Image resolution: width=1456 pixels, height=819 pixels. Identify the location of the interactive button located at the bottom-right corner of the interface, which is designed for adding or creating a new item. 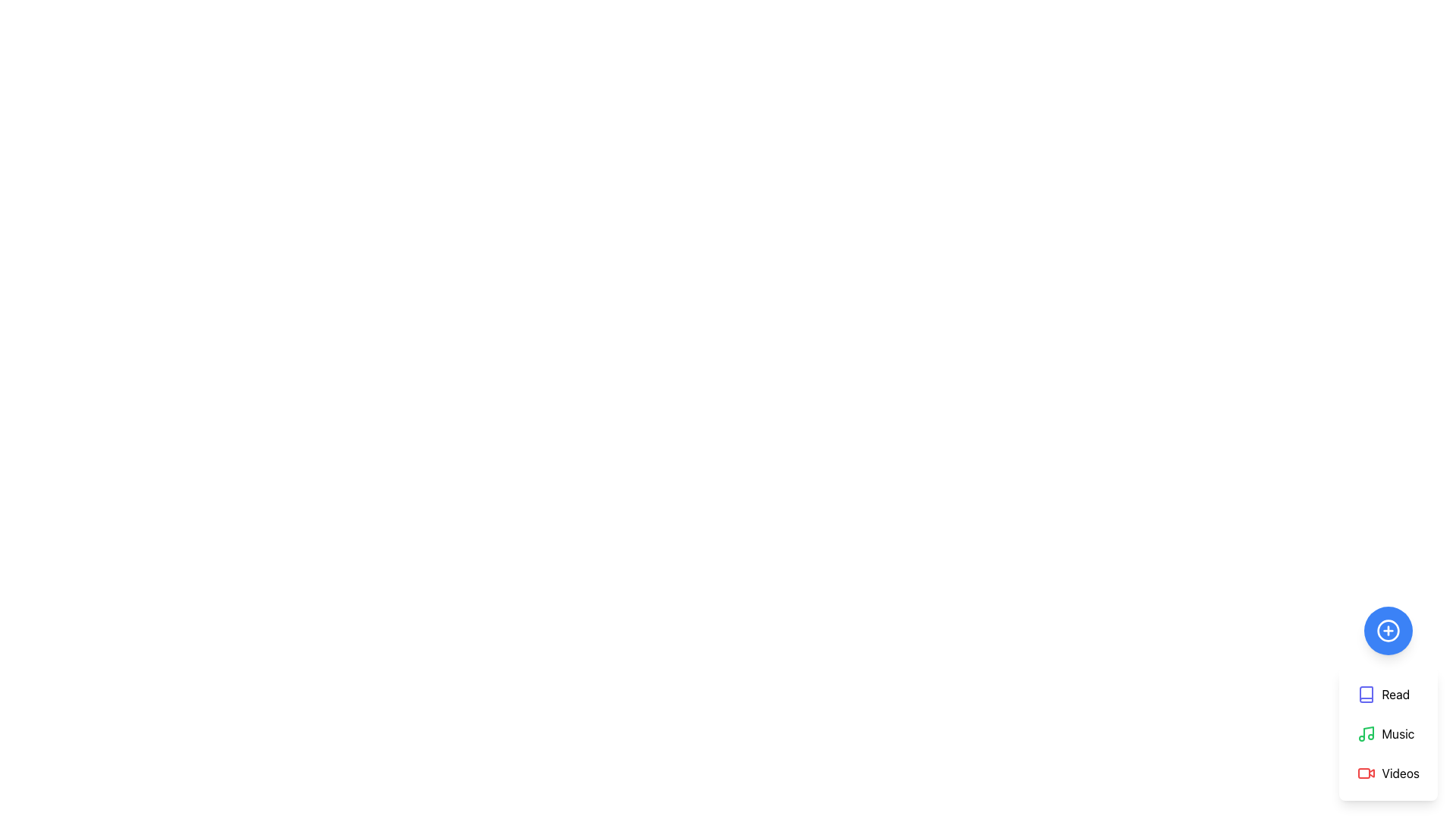
(1389, 631).